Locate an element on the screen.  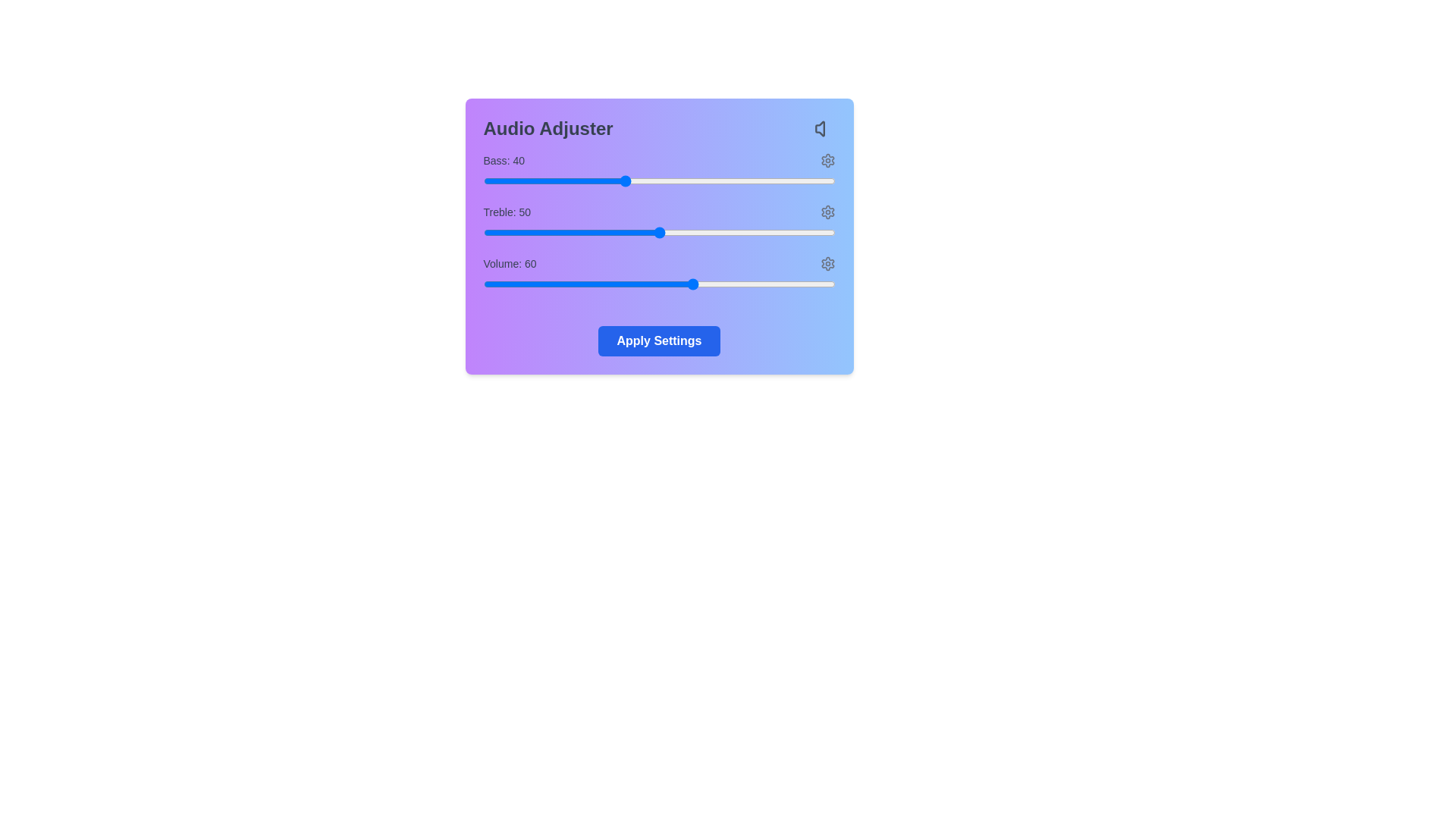
volume level is located at coordinates (820, 284).